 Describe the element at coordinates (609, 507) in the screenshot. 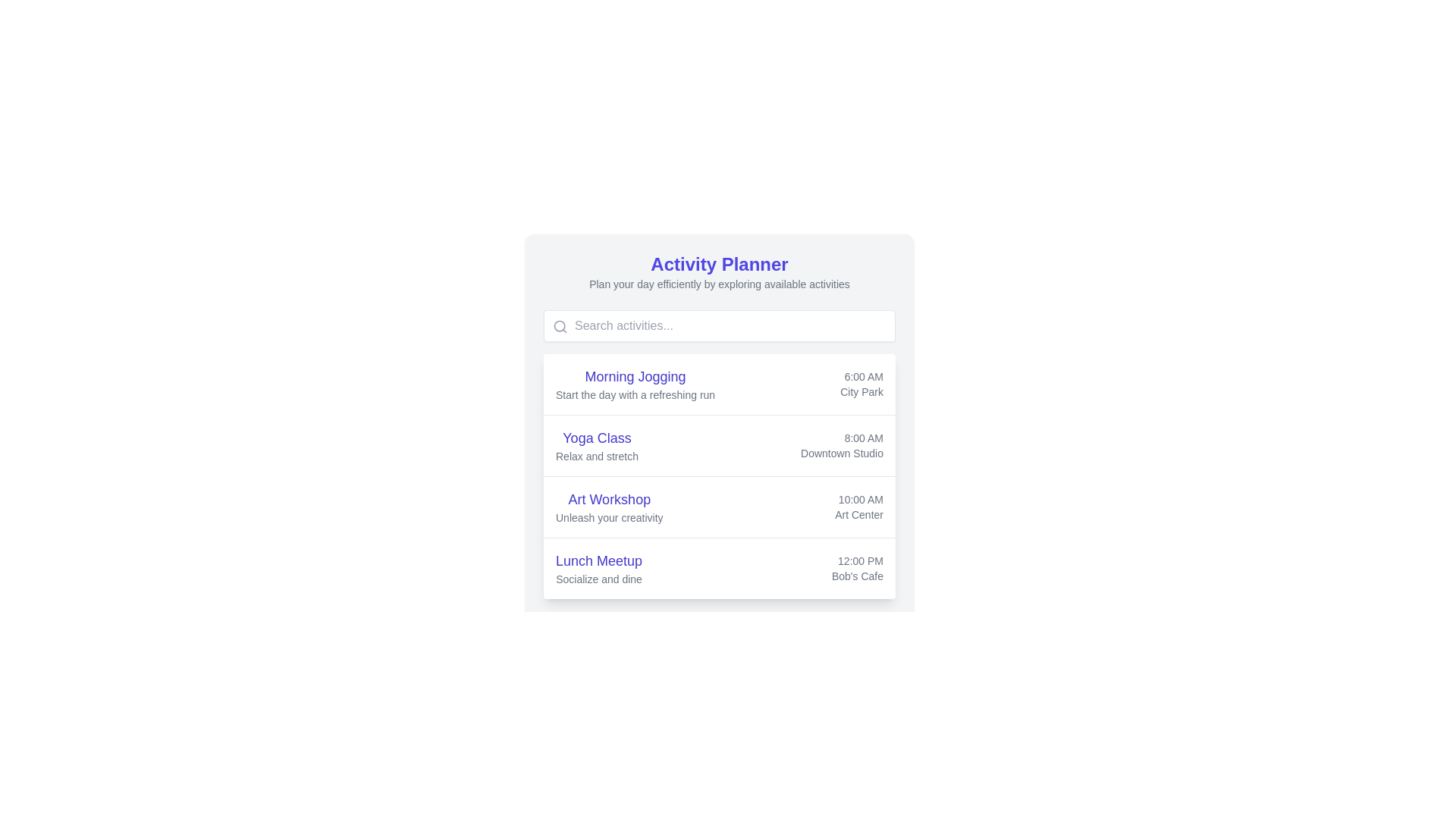

I see `the 'Art Workshop' text block, which features a bold indigo title and a smaller gray subtitle, positioned as the third activity in the 'Activity Planner' list interface` at that location.